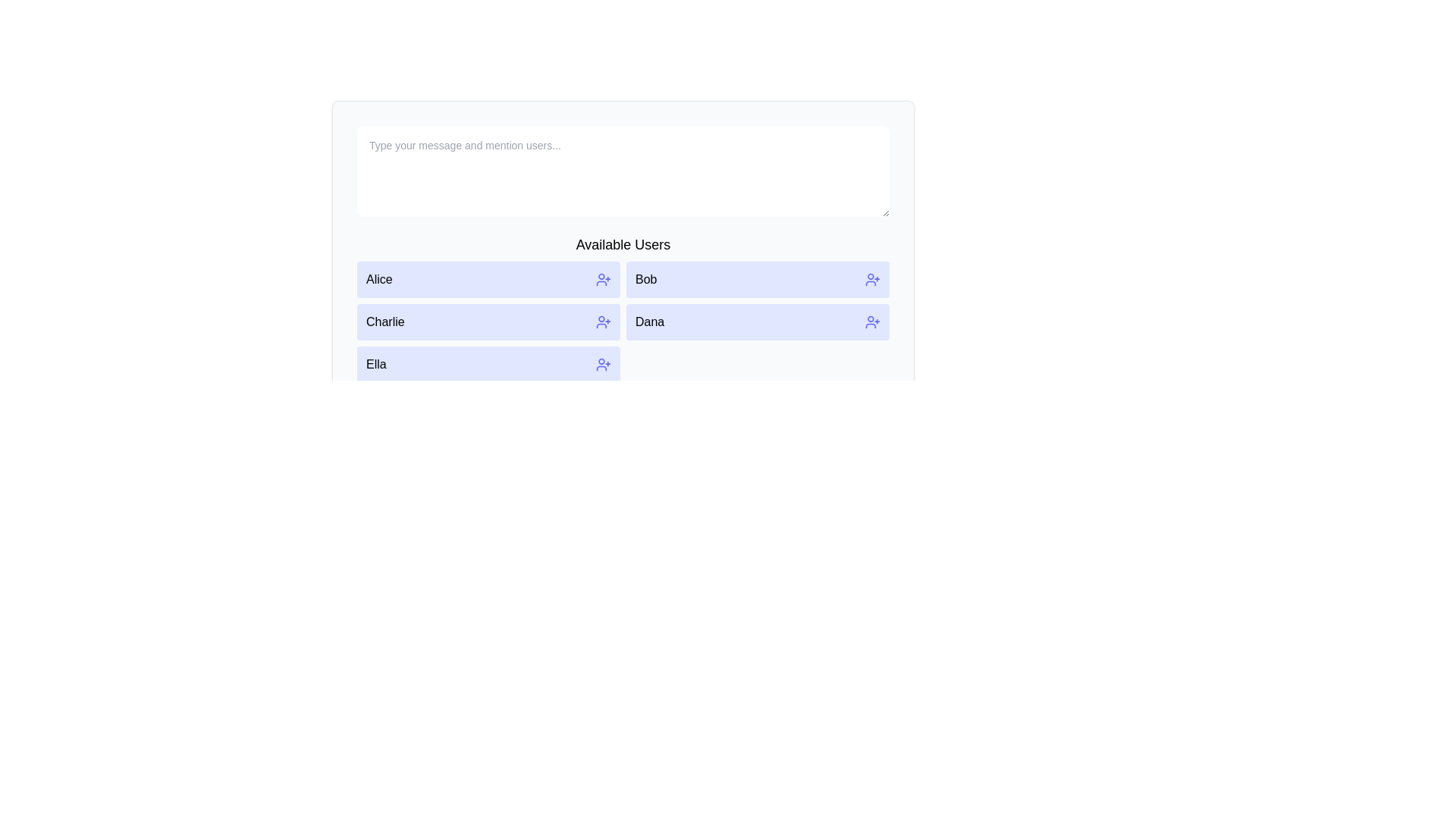 This screenshot has height=819, width=1456. What do you see at coordinates (623, 308) in the screenshot?
I see `a user name in the 'Available Users' grid` at bounding box center [623, 308].